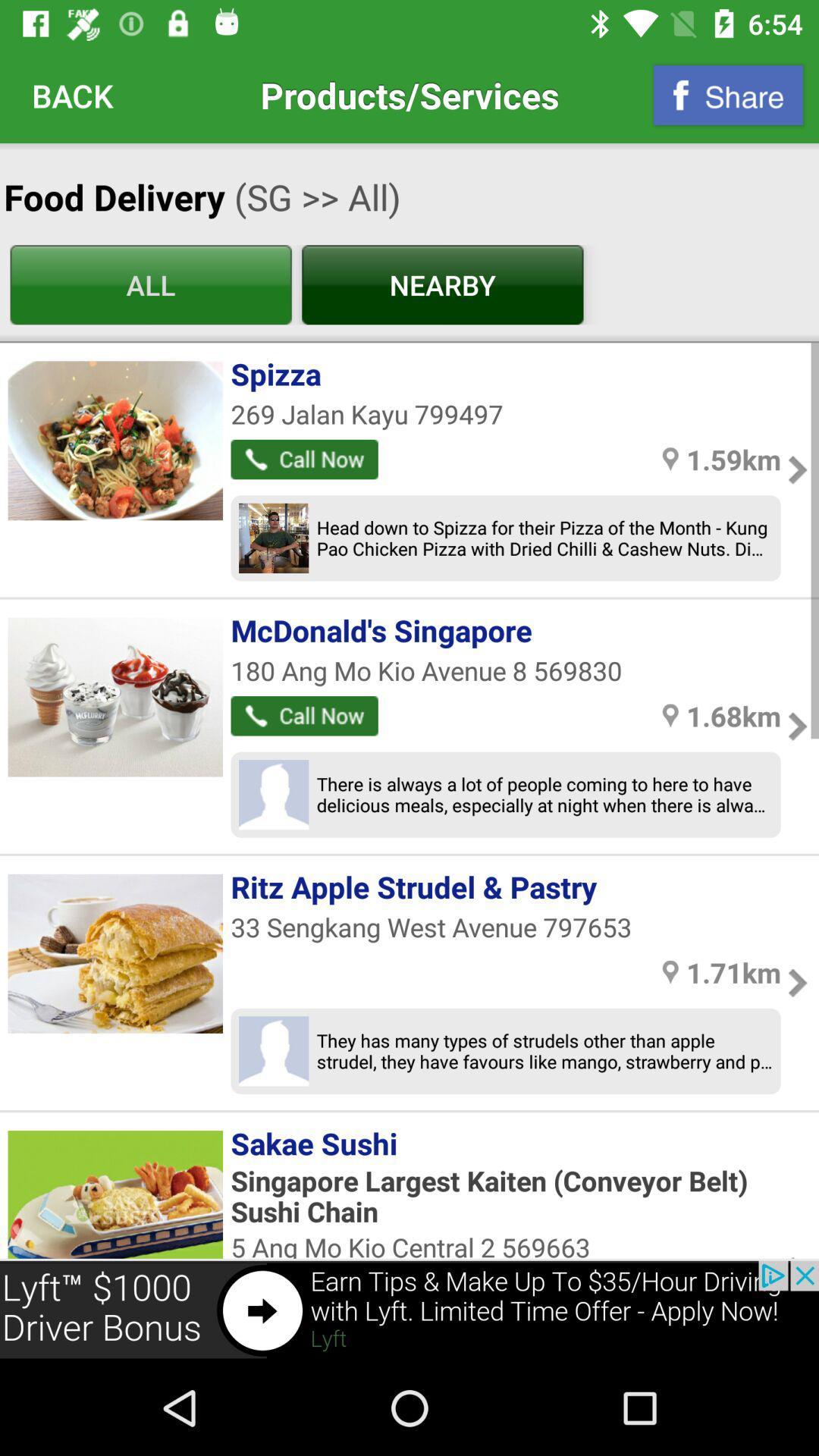 This screenshot has width=819, height=1456. I want to click on back option, so click(73, 94).